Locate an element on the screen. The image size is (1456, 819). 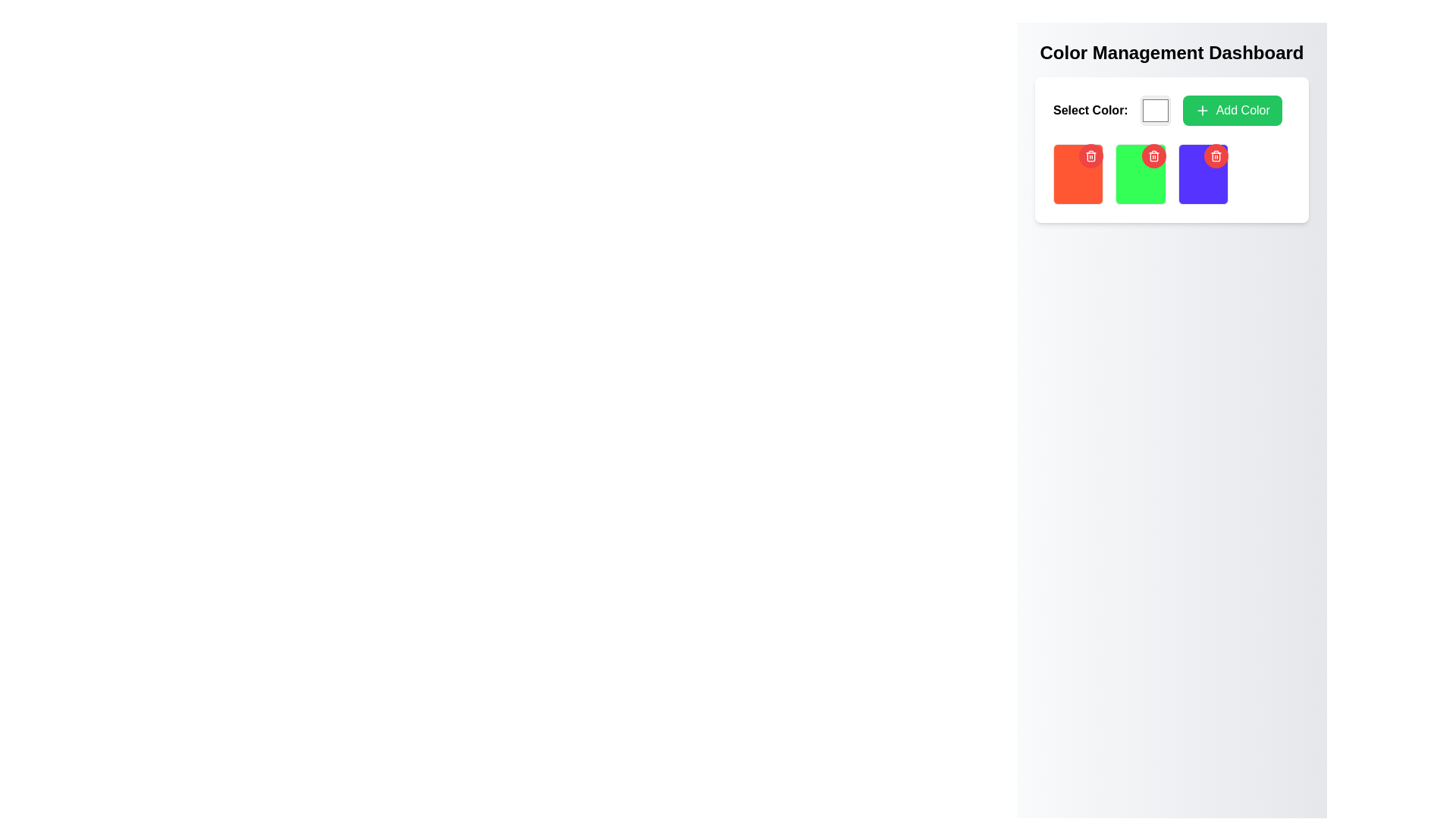
label that displays 'Select Color:' in bold black text, located near the top-left of the color management panel is located at coordinates (1090, 110).